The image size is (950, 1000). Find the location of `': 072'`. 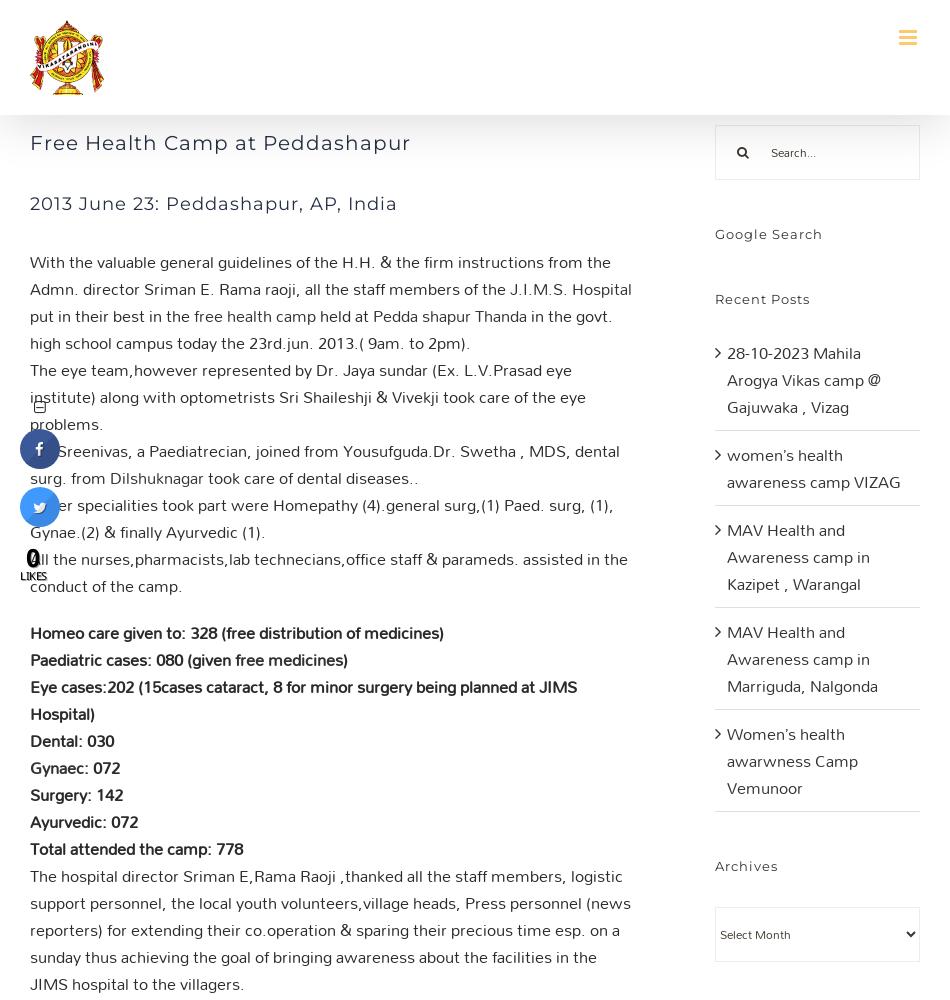

': 072' is located at coordinates (102, 767).